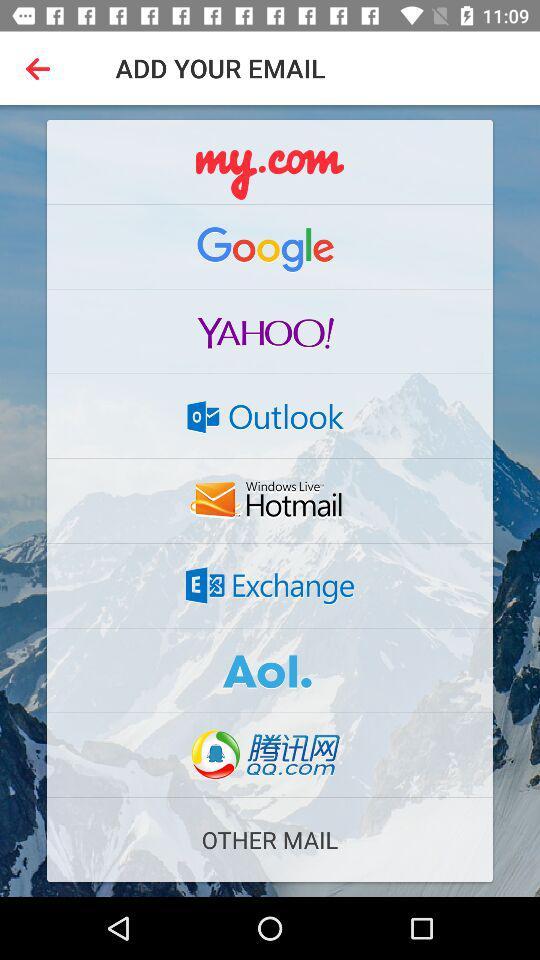  What do you see at coordinates (270, 754) in the screenshot?
I see `icon above the other mail` at bounding box center [270, 754].